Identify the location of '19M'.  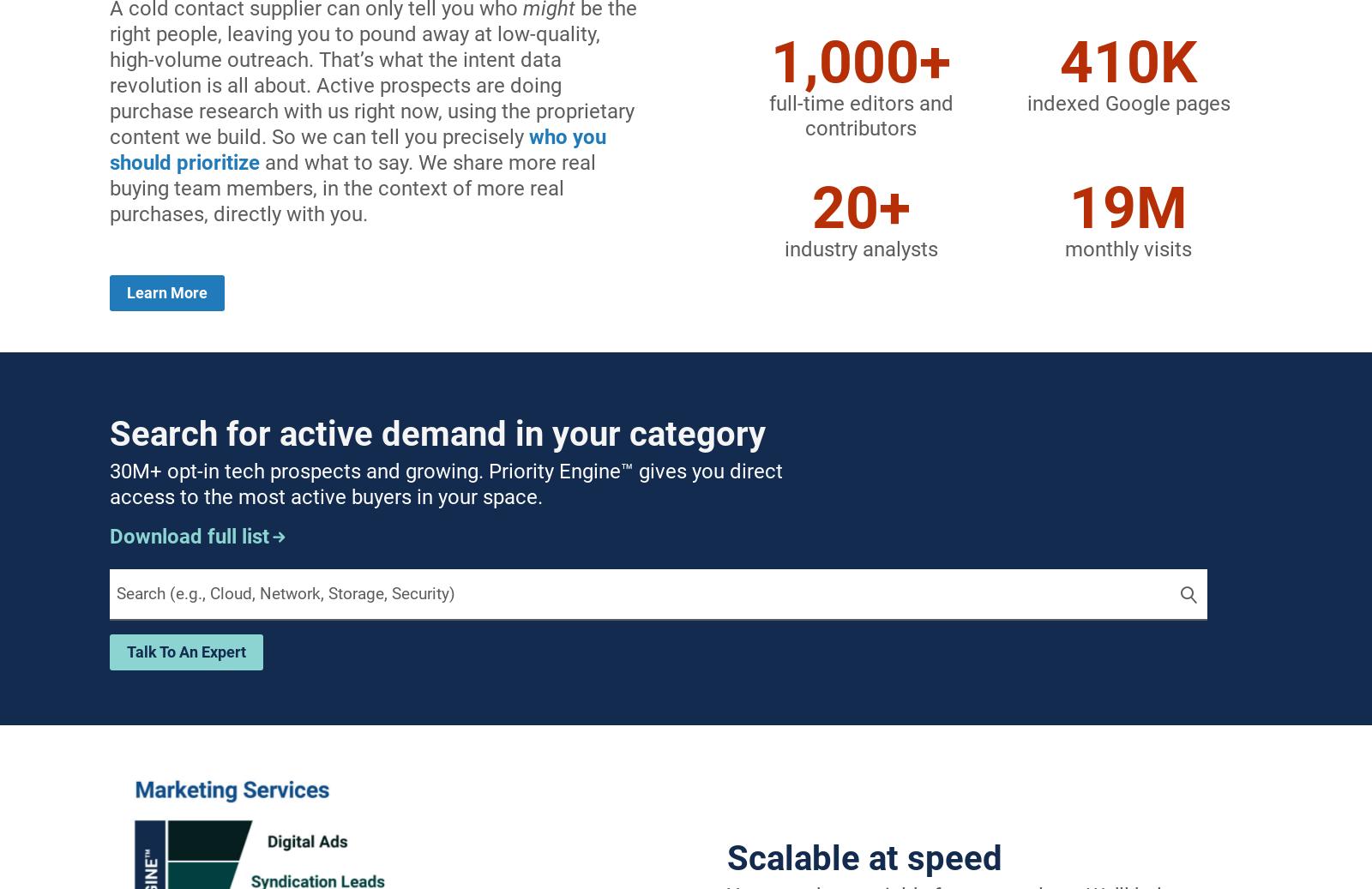
(1068, 207).